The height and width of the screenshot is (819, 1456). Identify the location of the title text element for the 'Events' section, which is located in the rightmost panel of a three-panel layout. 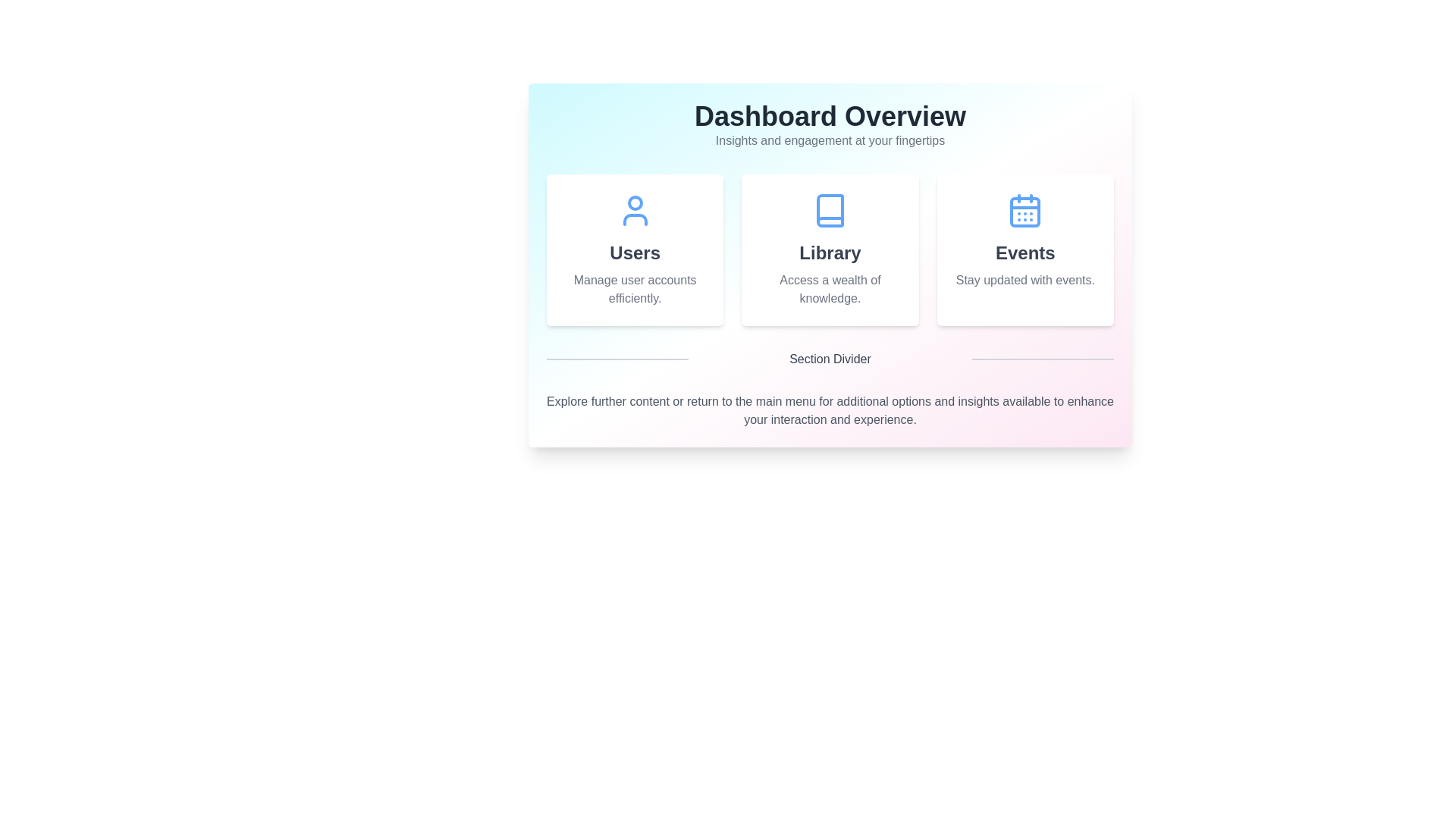
(1025, 253).